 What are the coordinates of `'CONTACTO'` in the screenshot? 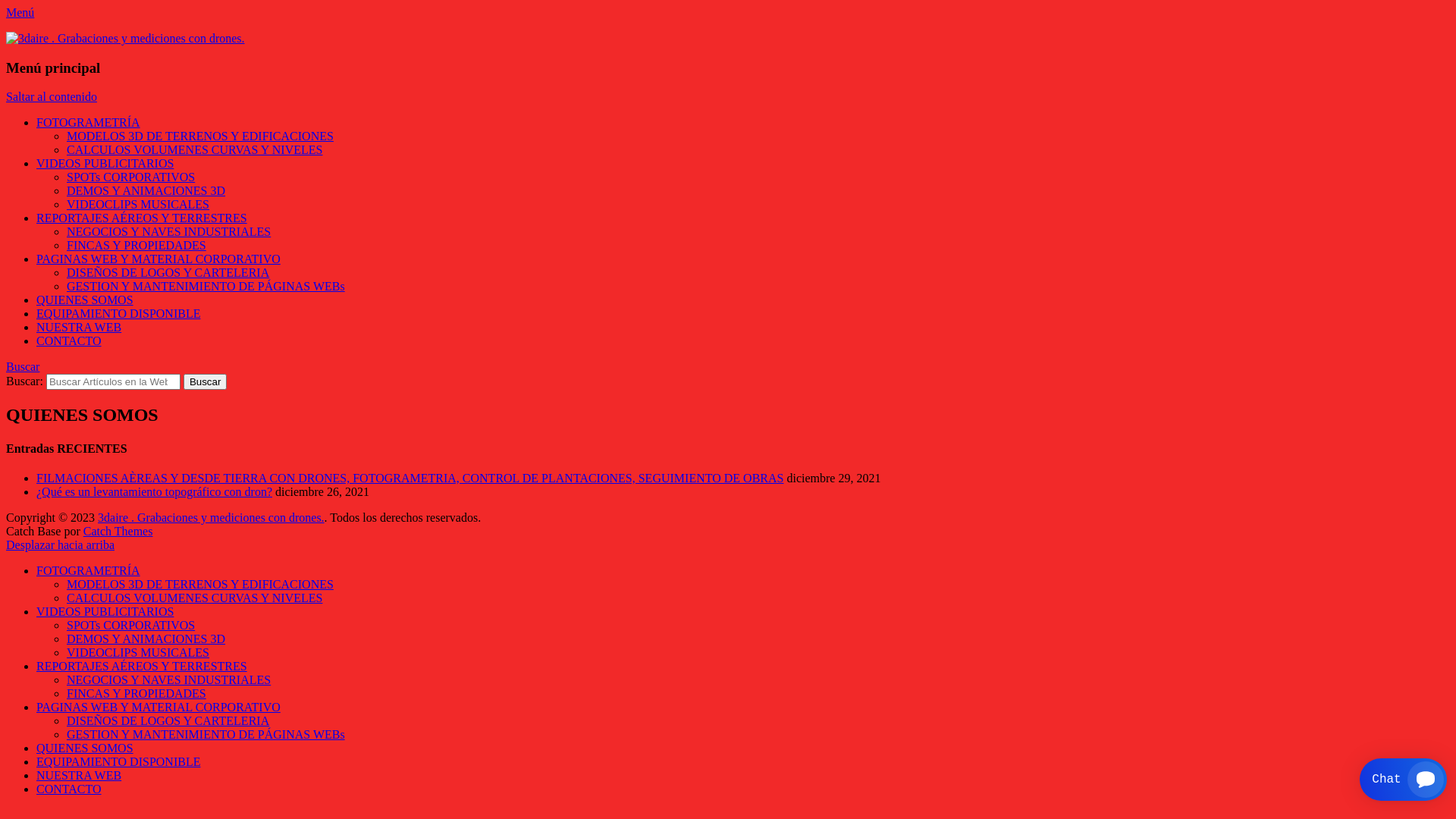 It's located at (68, 340).